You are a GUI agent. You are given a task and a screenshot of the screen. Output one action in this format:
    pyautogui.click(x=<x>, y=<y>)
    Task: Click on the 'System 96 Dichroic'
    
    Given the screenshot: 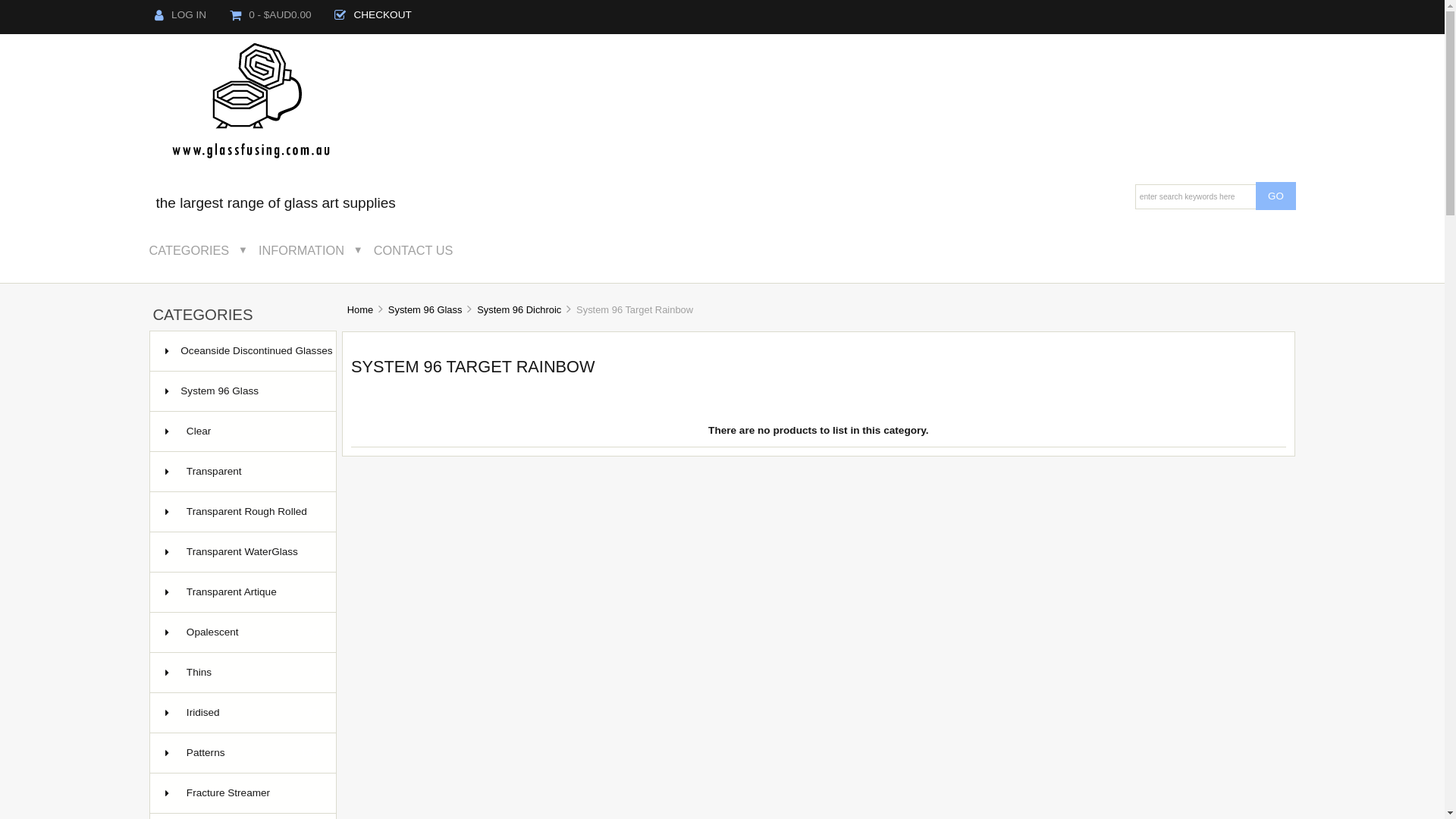 What is the action you would take?
    pyautogui.click(x=519, y=309)
    